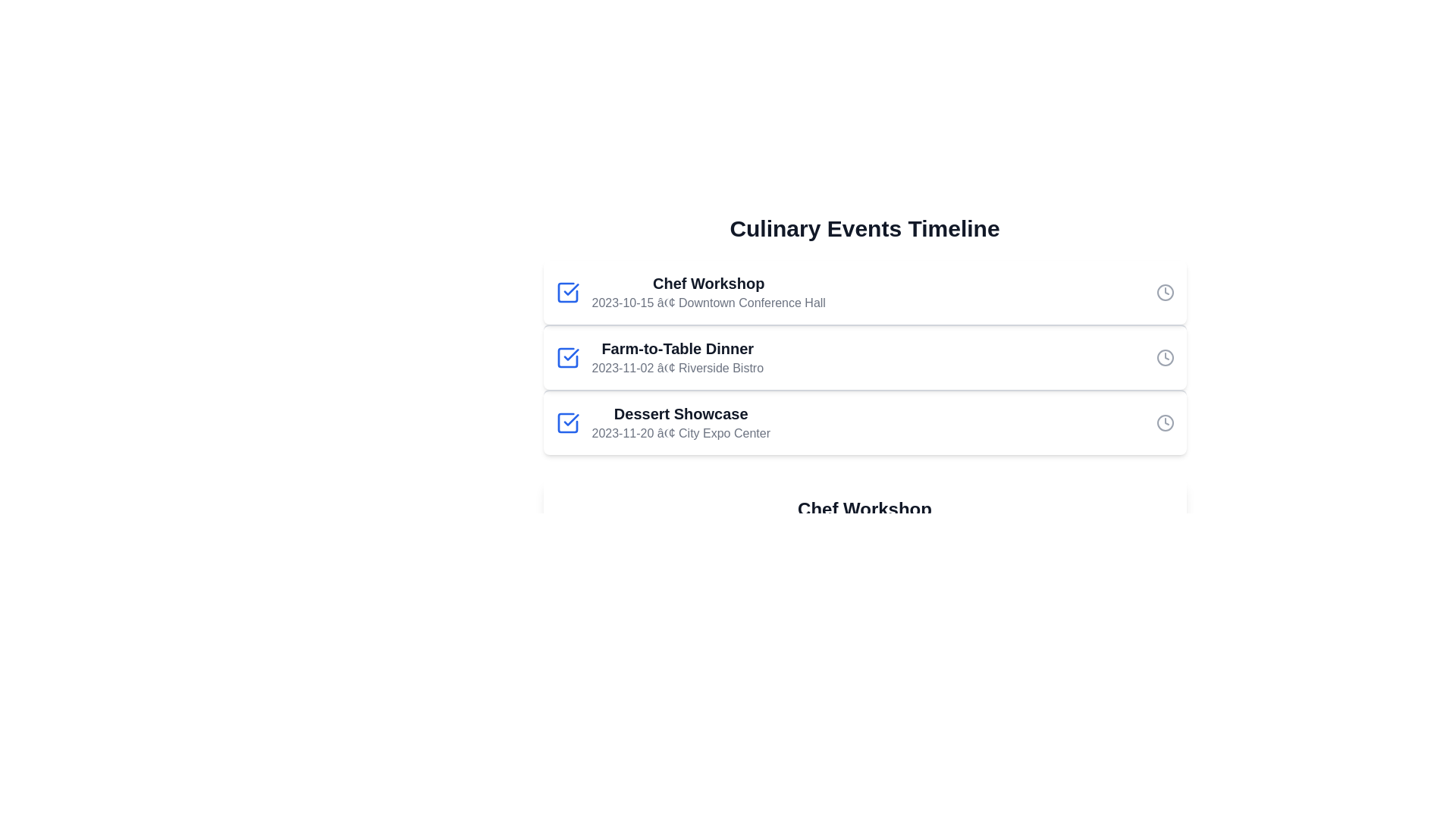  What do you see at coordinates (679, 423) in the screenshot?
I see `the third event entry in the timeline, which displays the event title and date, to interact with its associated details` at bounding box center [679, 423].